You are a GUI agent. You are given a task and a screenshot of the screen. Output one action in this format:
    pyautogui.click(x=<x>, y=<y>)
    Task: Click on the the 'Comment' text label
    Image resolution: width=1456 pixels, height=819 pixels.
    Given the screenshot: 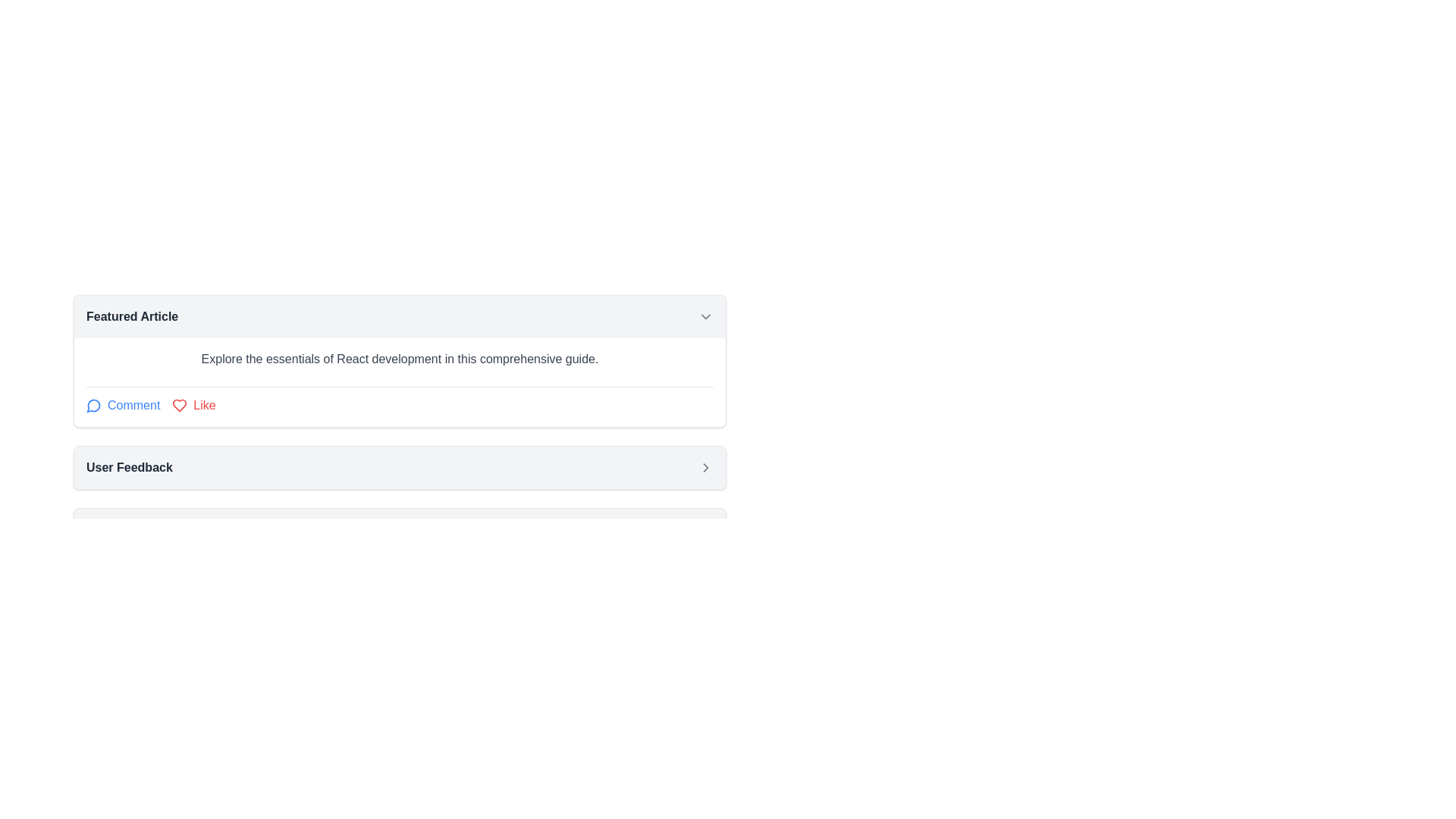 What is the action you would take?
    pyautogui.click(x=133, y=405)
    